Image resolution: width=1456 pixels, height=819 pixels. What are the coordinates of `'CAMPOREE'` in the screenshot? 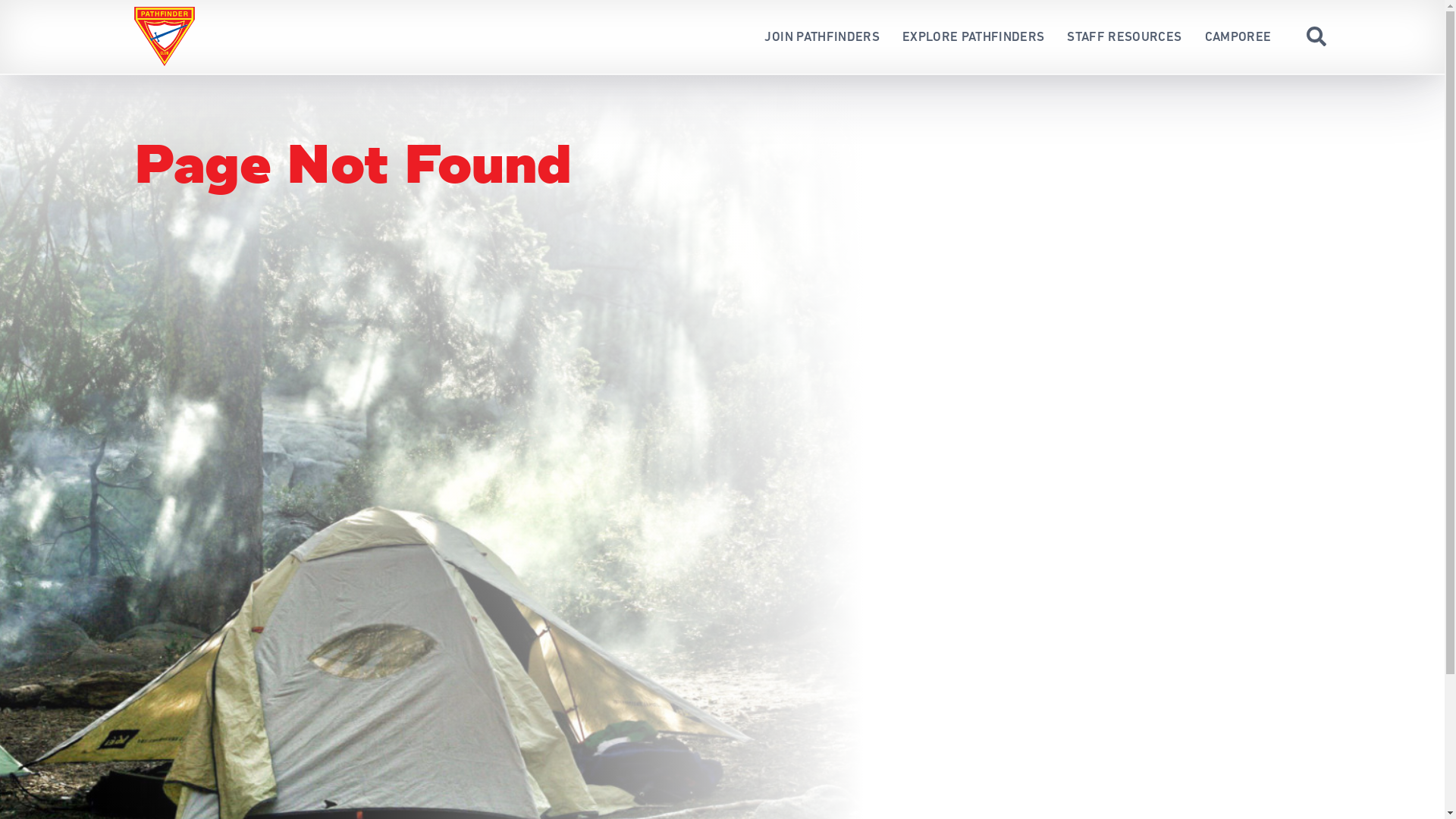 It's located at (1238, 36).